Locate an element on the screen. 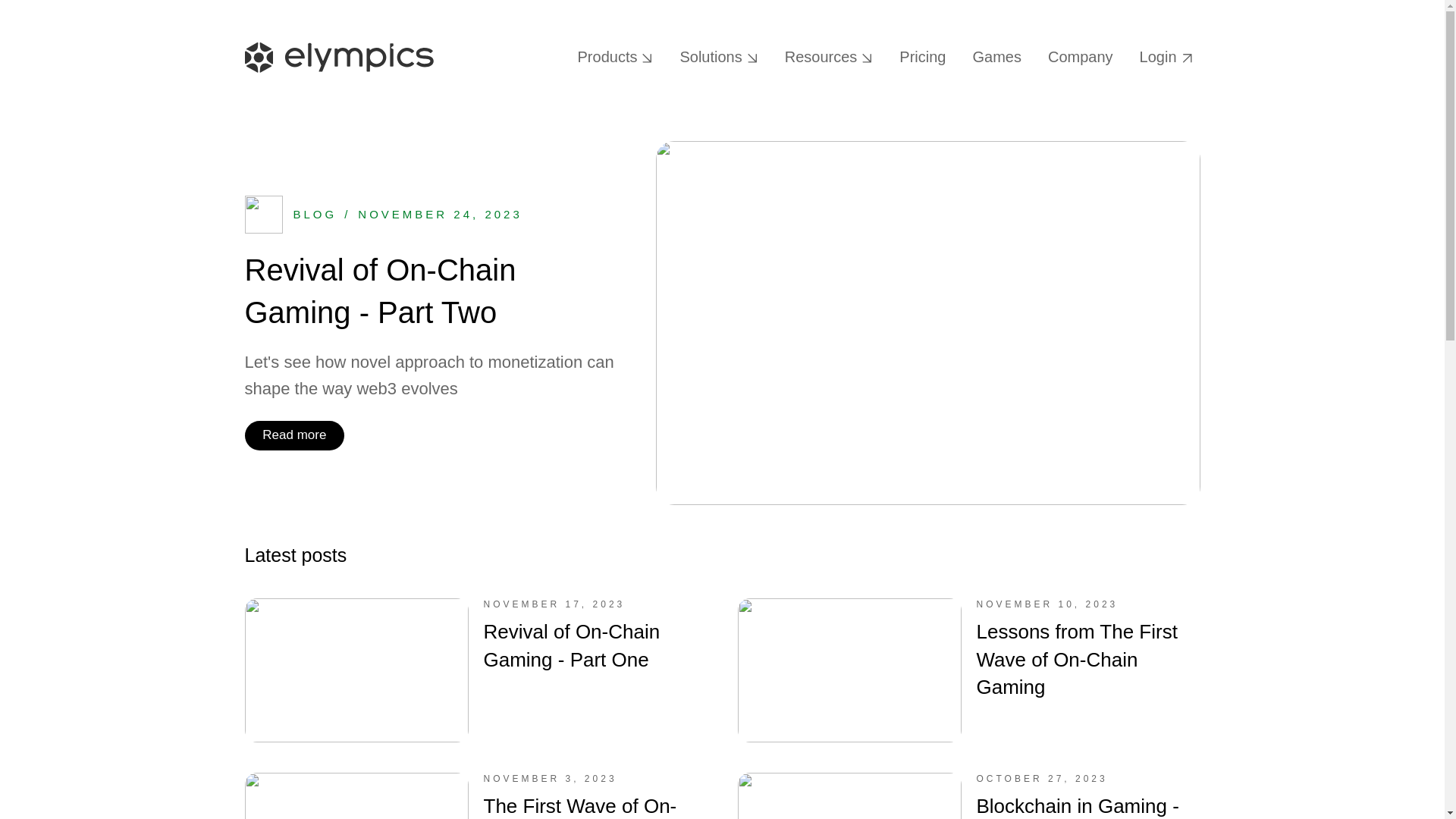 This screenshot has width=1456, height=819. 'Read more' is located at coordinates (294, 435).